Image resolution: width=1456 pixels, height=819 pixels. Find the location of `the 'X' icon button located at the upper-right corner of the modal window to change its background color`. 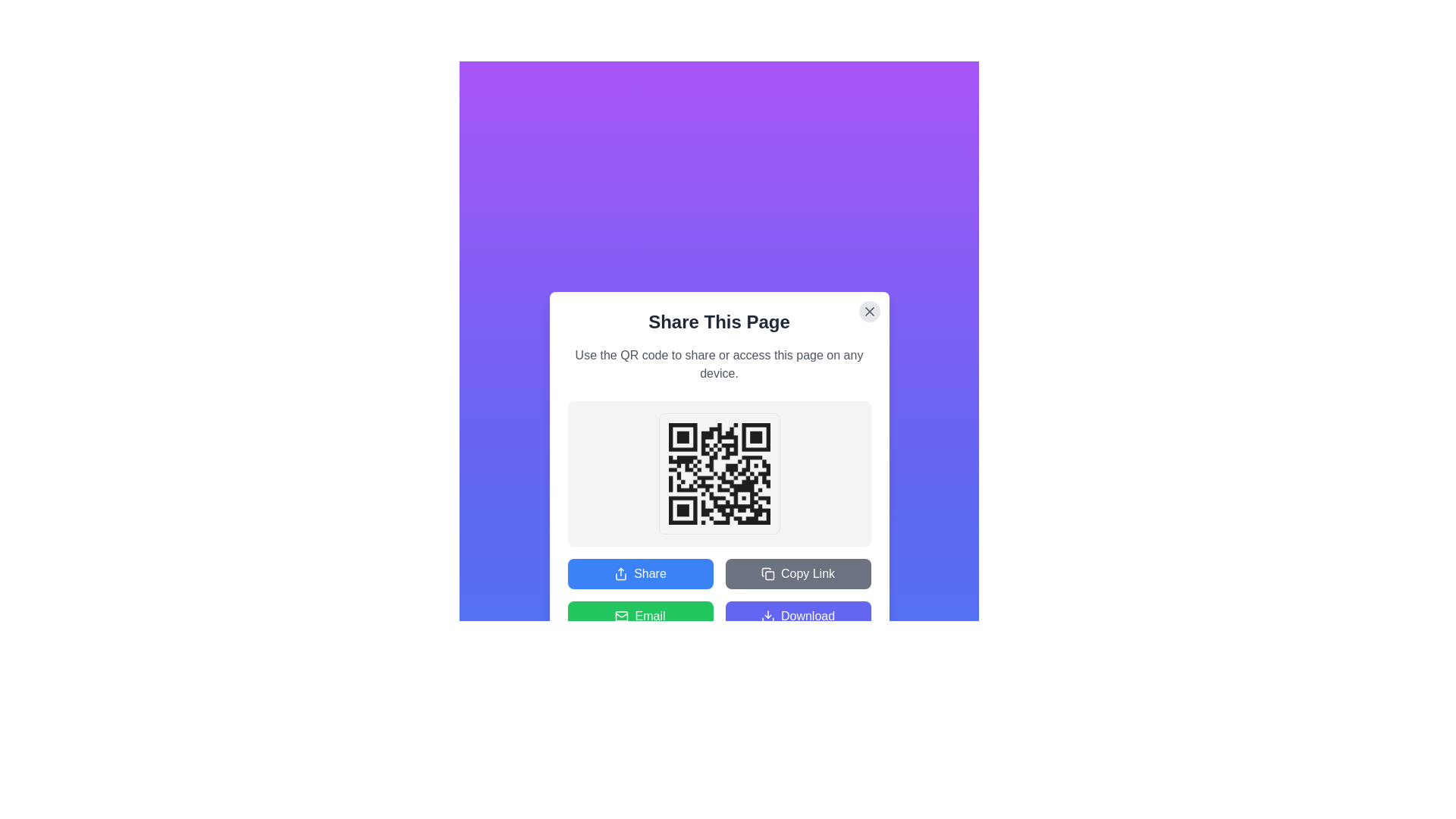

the 'X' icon button located at the upper-right corner of the modal window to change its background color is located at coordinates (869, 311).